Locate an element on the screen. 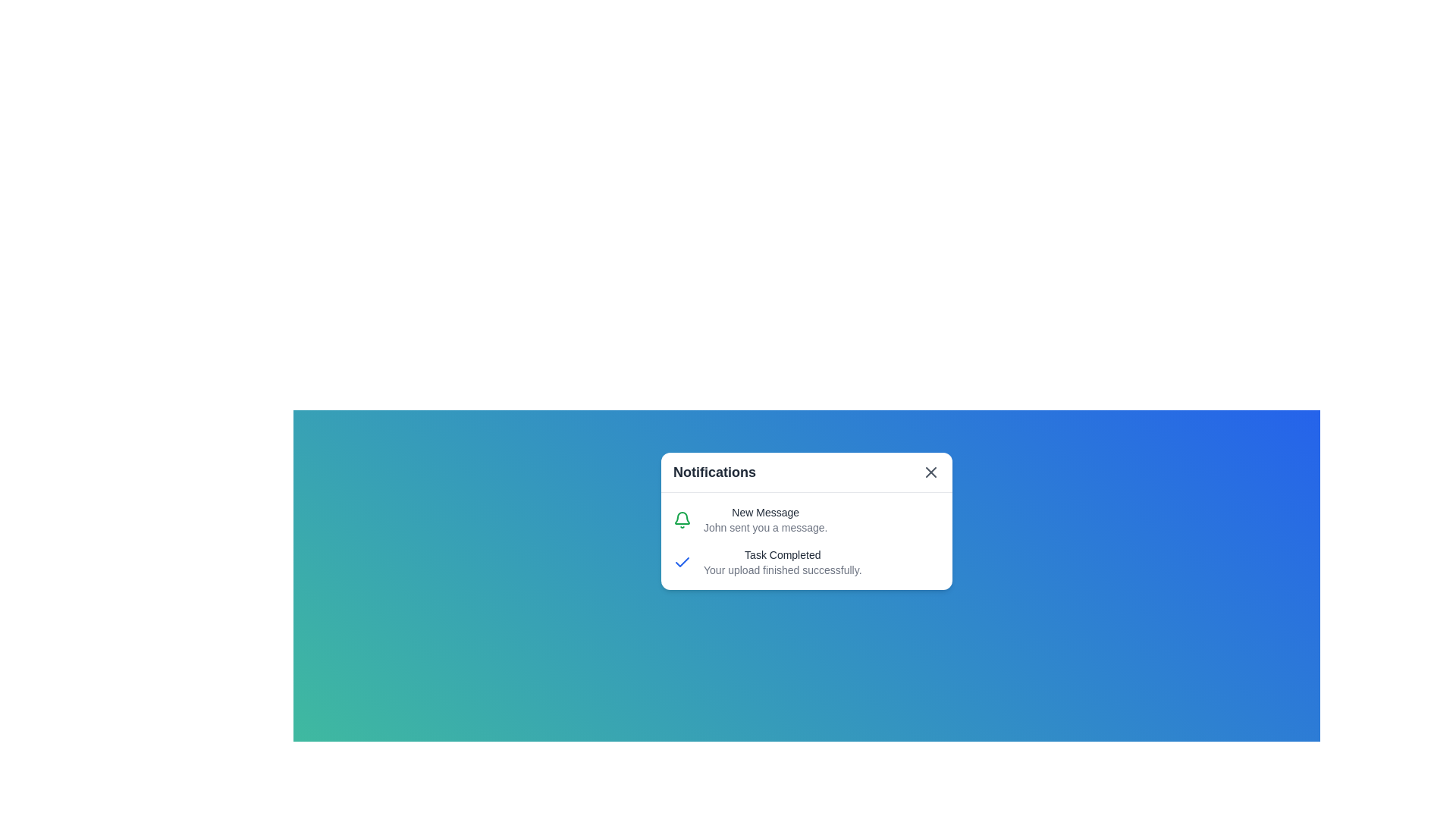 The width and height of the screenshot is (1456, 819). appearance of the blue checkmark icon that represents a completed task, located in the notifications panel to the left of the 'Task Completed' text is located at coordinates (682, 561).